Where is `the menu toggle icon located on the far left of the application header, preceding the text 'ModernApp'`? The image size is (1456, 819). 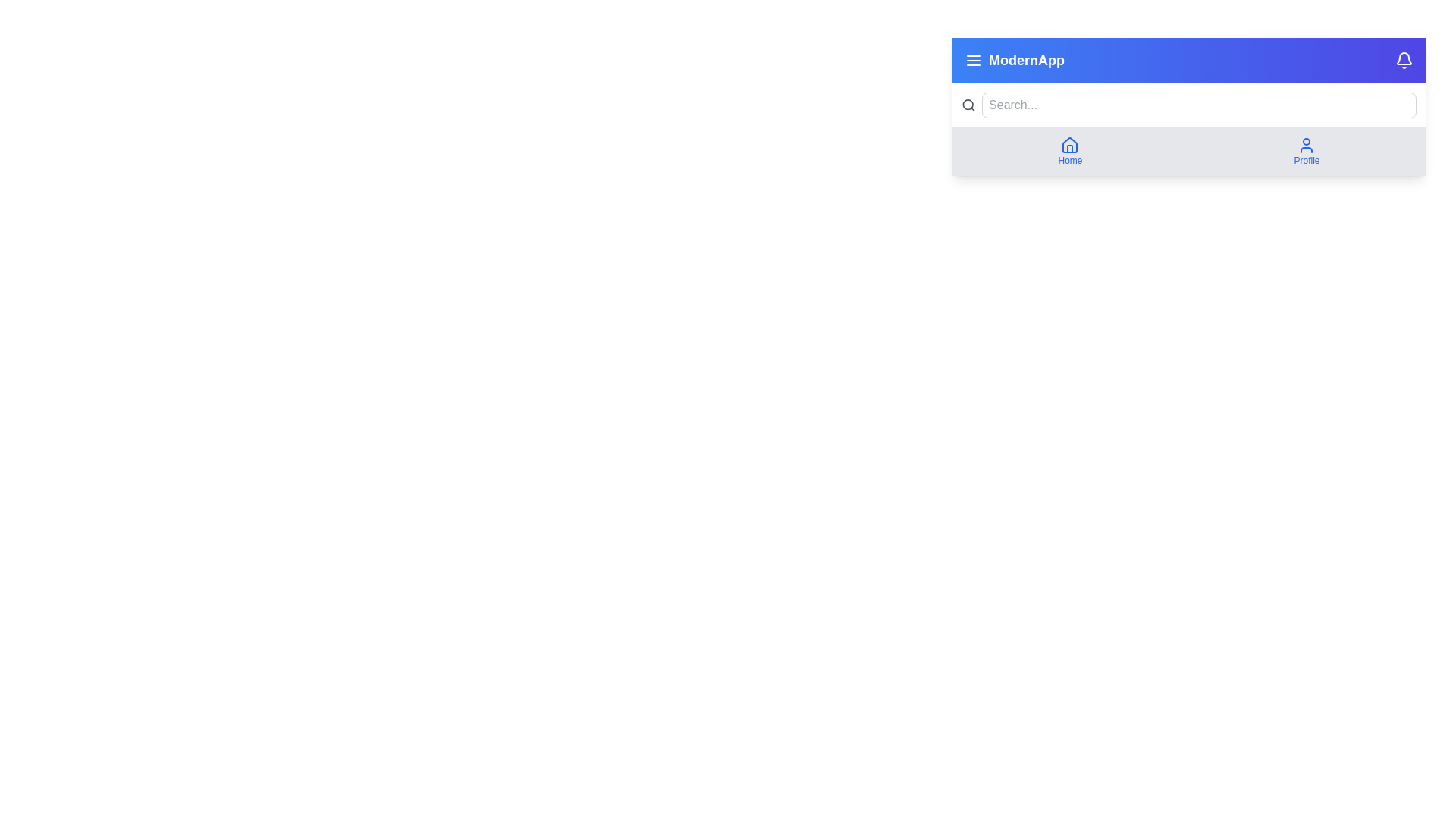 the menu toggle icon located on the far left of the application header, preceding the text 'ModernApp' is located at coordinates (973, 60).